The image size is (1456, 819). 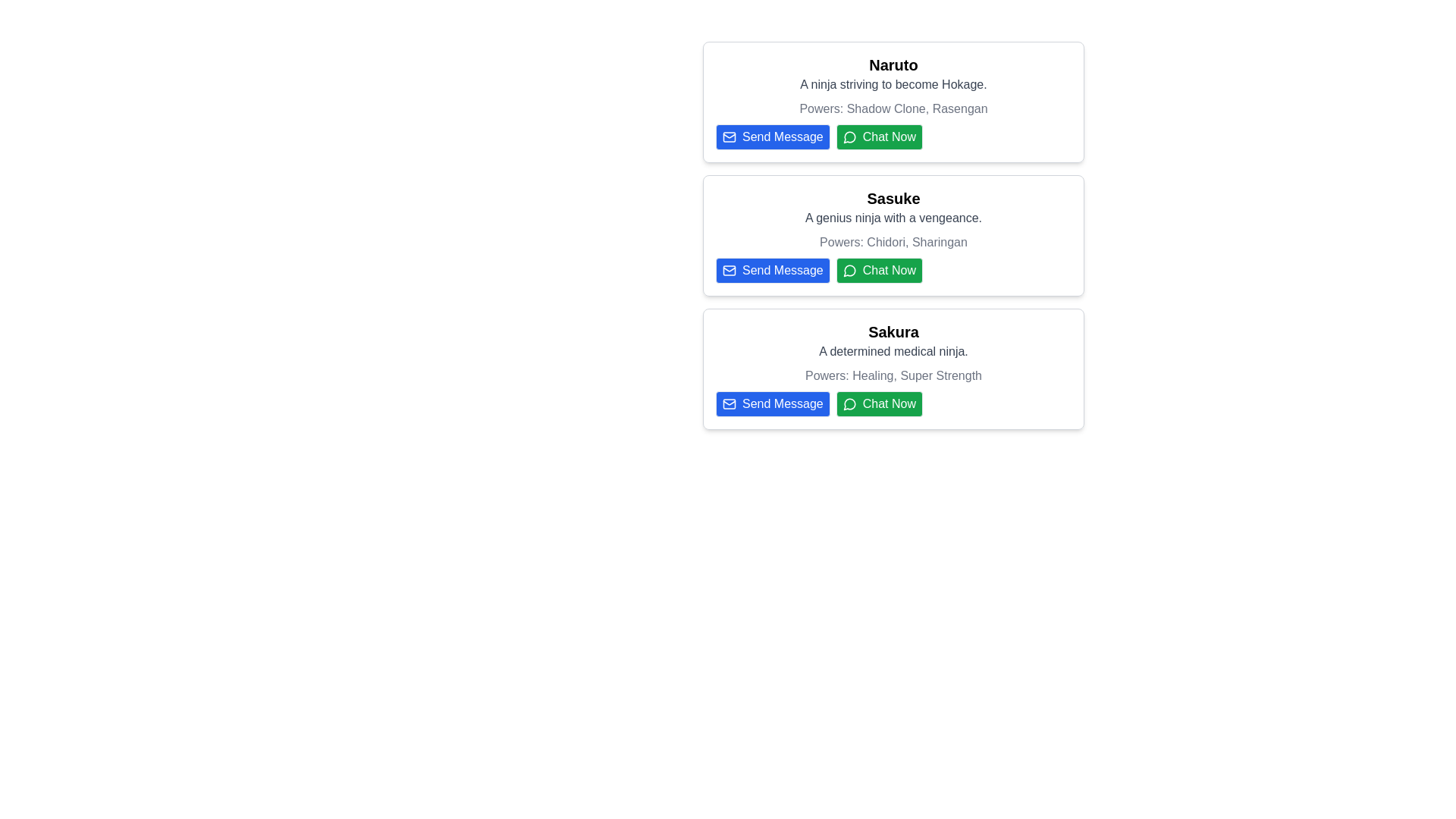 I want to click on the button located in the bottom-right corner of the 'Sakura' card to initiate a chat session, so click(x=893, y=403).